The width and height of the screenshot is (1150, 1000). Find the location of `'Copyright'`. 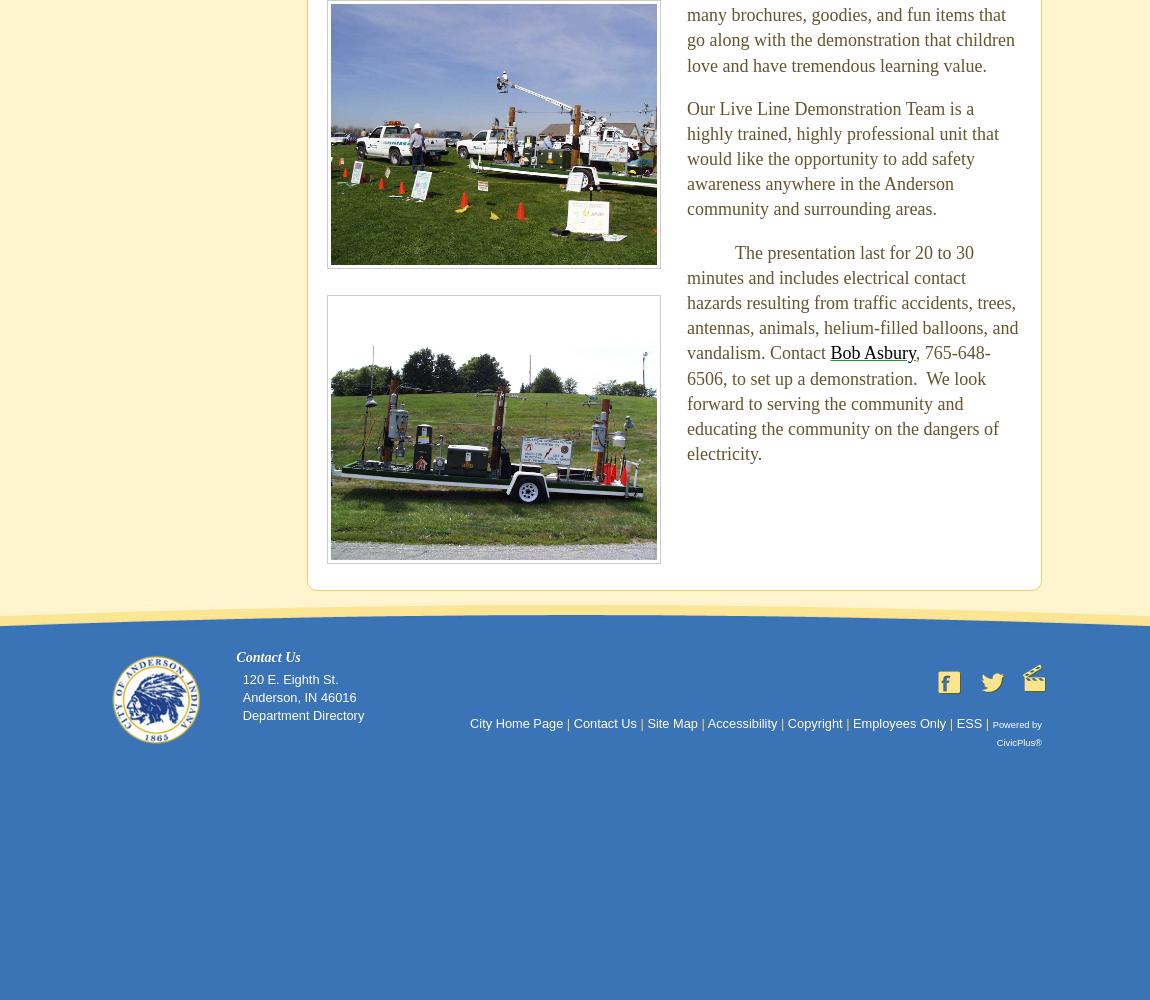

'Copyright' is located at coordinates (813, 722).